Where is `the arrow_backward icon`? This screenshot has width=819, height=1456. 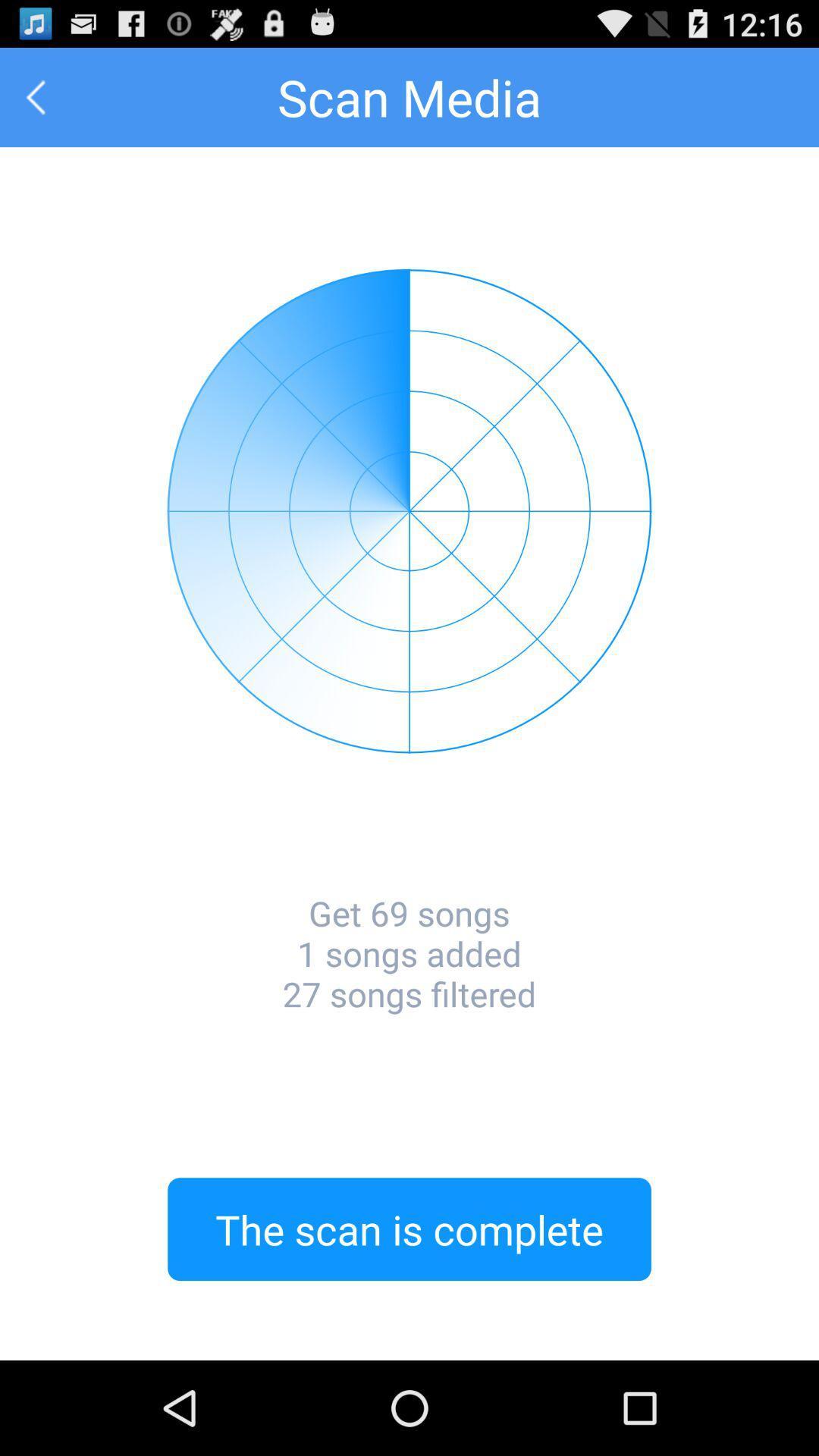
the arrow_backward icon is located at coordinates (35, 103).